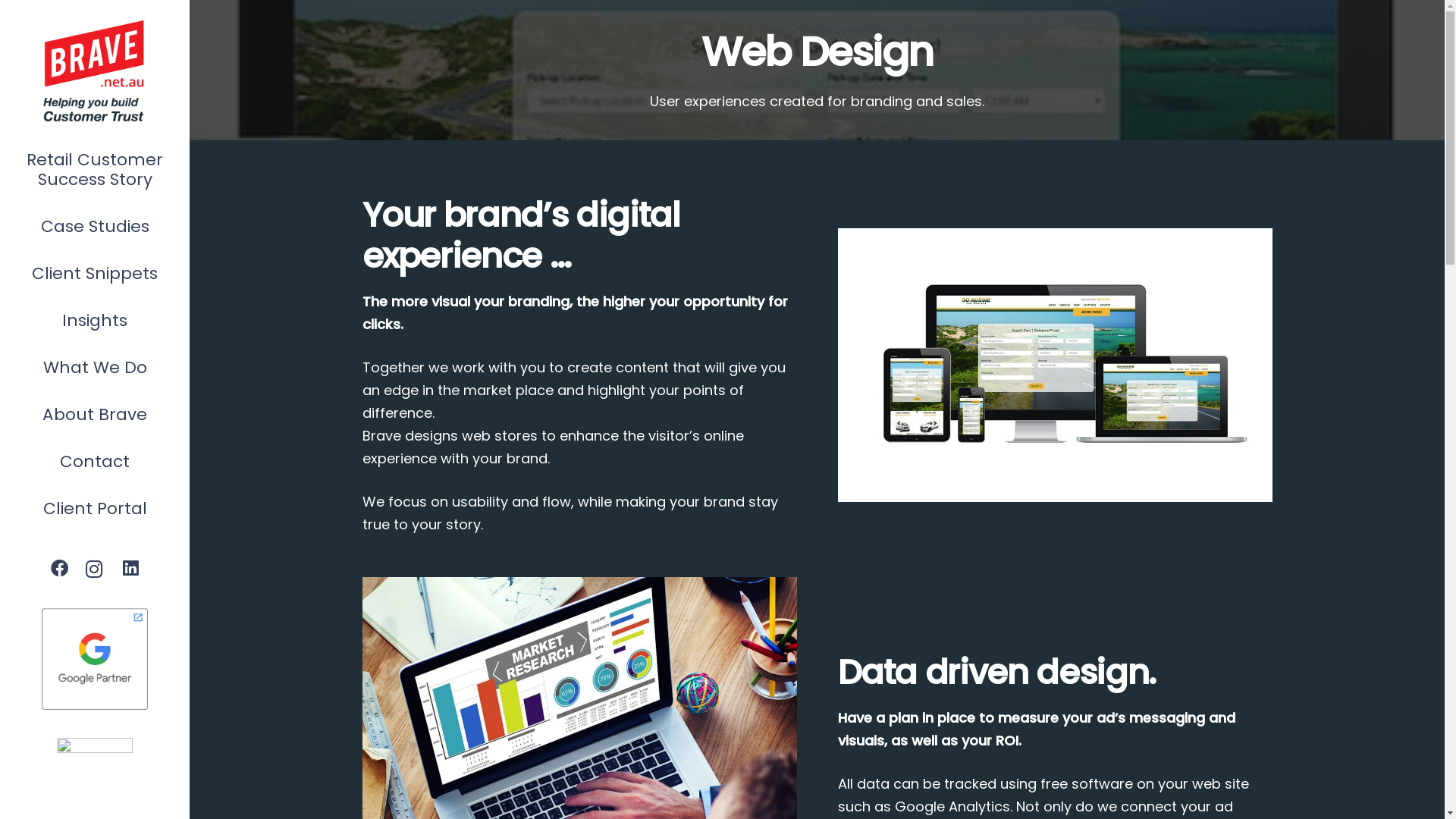 The height and width of the screenshot is (819, 1456). Describe the element at coordinates (93, 169) in the screenshot. I see `'Retail Customer Success Story'` at that location.